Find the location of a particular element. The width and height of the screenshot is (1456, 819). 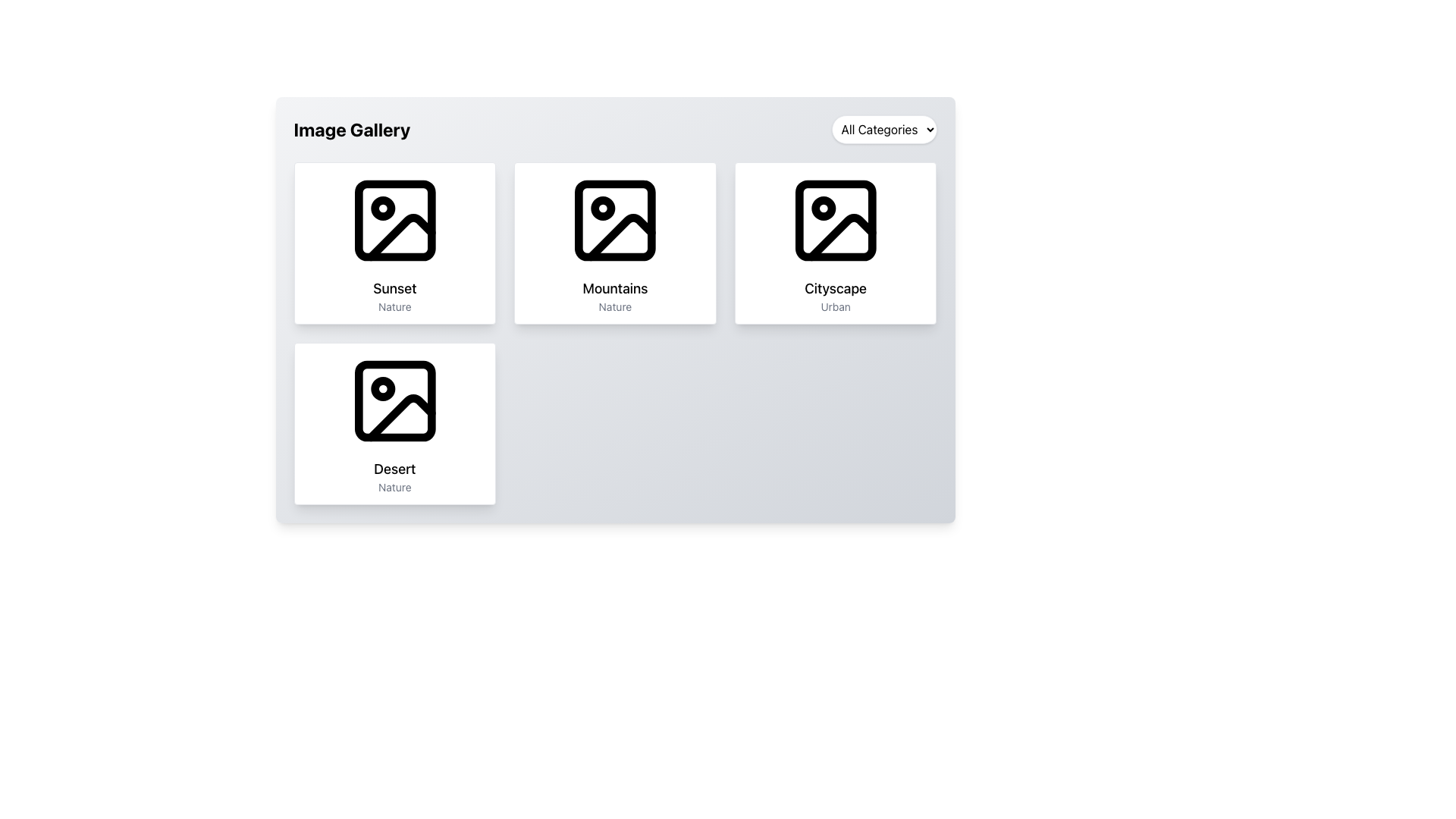

the text label 'Mountains' which is displayed in bold font, positioned below an icon and above the text 'Nature' in the 'Image Gallery' interface is located at coordinates (615, 289).